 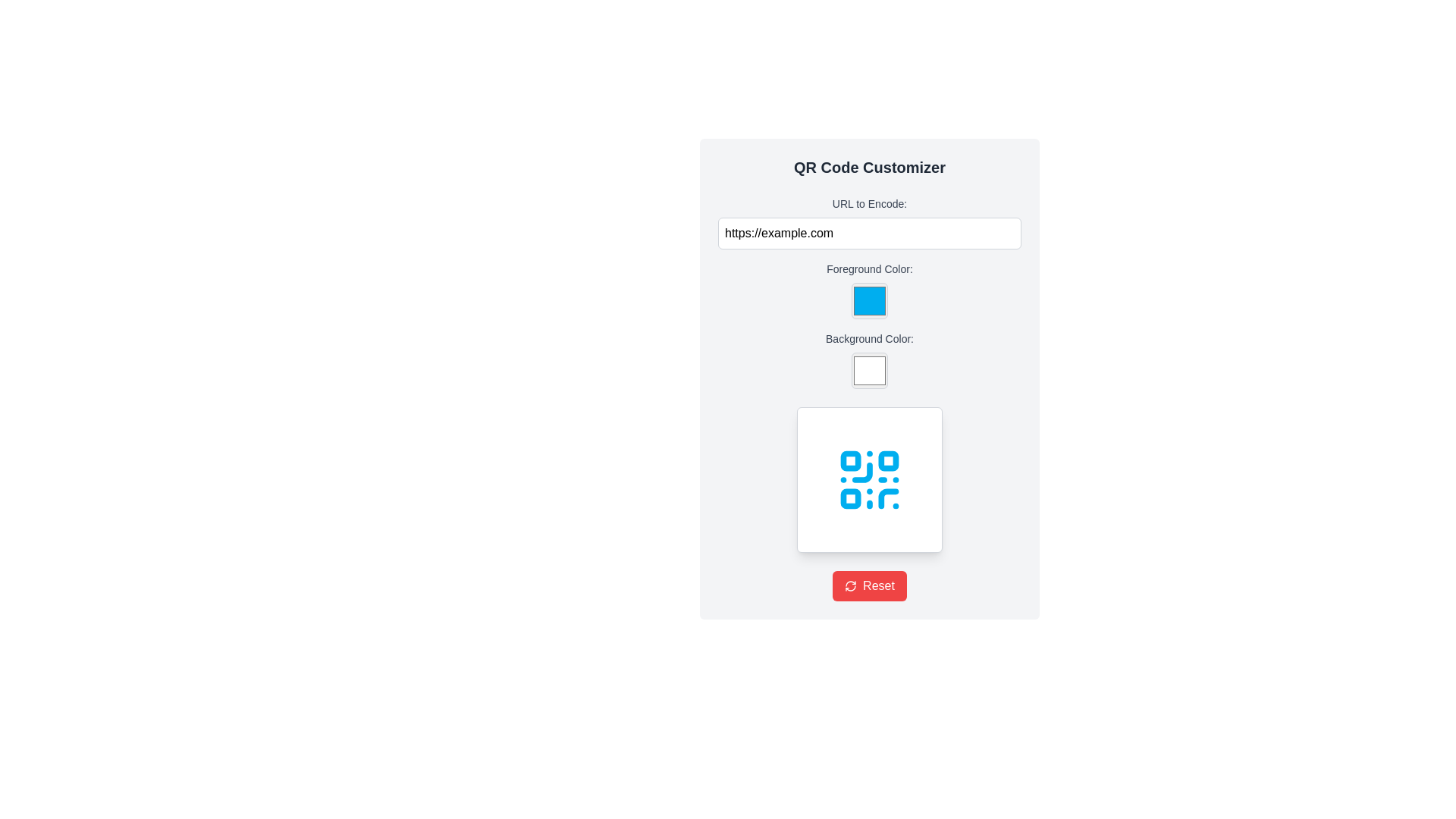 What do you see at coordinates (870, 167) in the screenshot?
I see `the text label or heading that indicates the purpose of the QR Code customization tool, positioned at the top of the section within a centered white card` at bounding box center [870, 167].